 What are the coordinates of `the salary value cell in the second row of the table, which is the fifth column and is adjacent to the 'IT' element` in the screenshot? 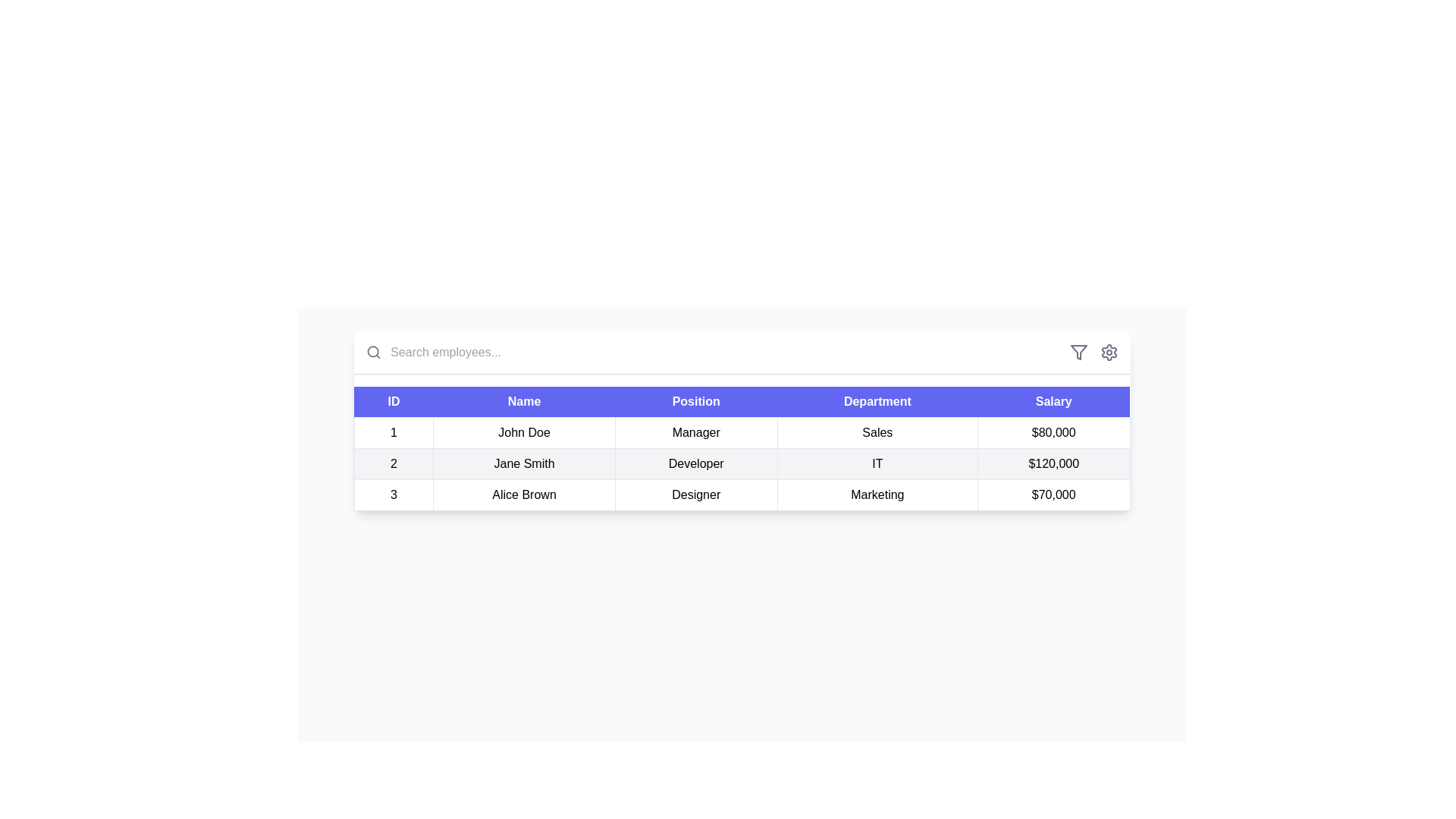 It's located at (1053, 463).